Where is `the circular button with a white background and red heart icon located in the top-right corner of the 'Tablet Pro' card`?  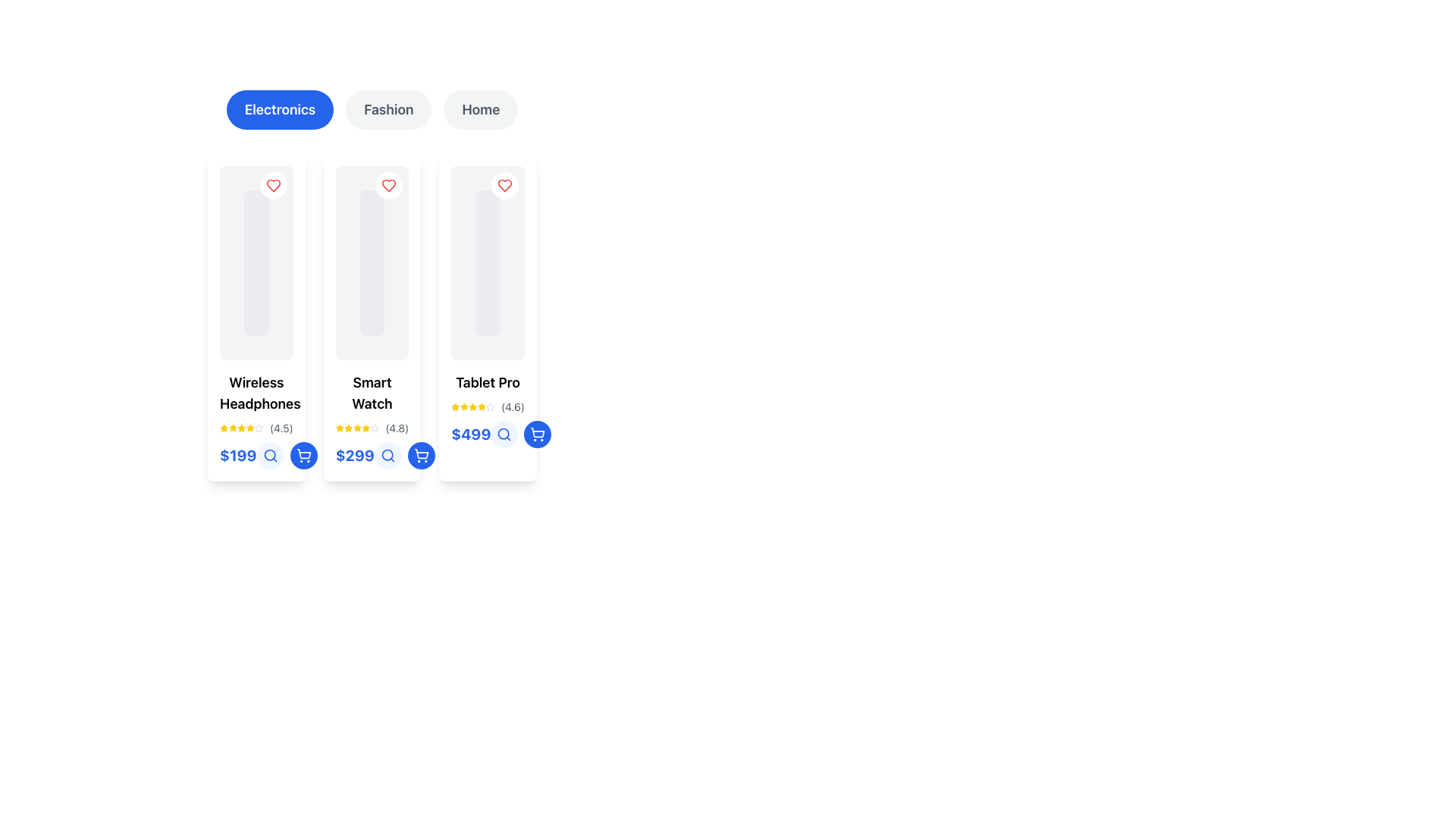 the circular button with a white background and red heart icon located in the top-right corner of the 'Tablet Pro' card is located at coordinates (505, 185).